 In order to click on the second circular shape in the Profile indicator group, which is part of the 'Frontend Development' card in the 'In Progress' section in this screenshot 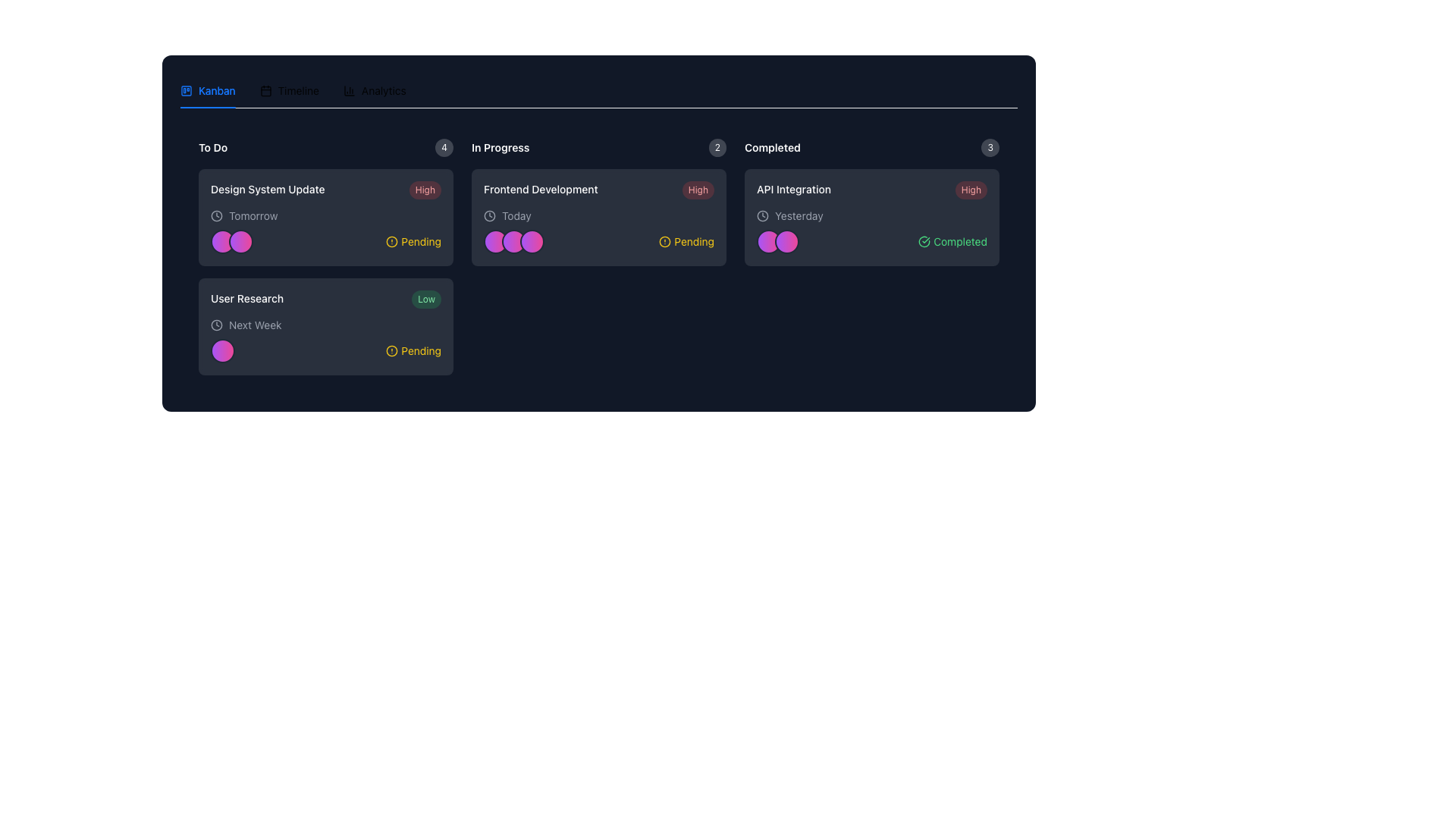, I will do `click(513, 241)`.